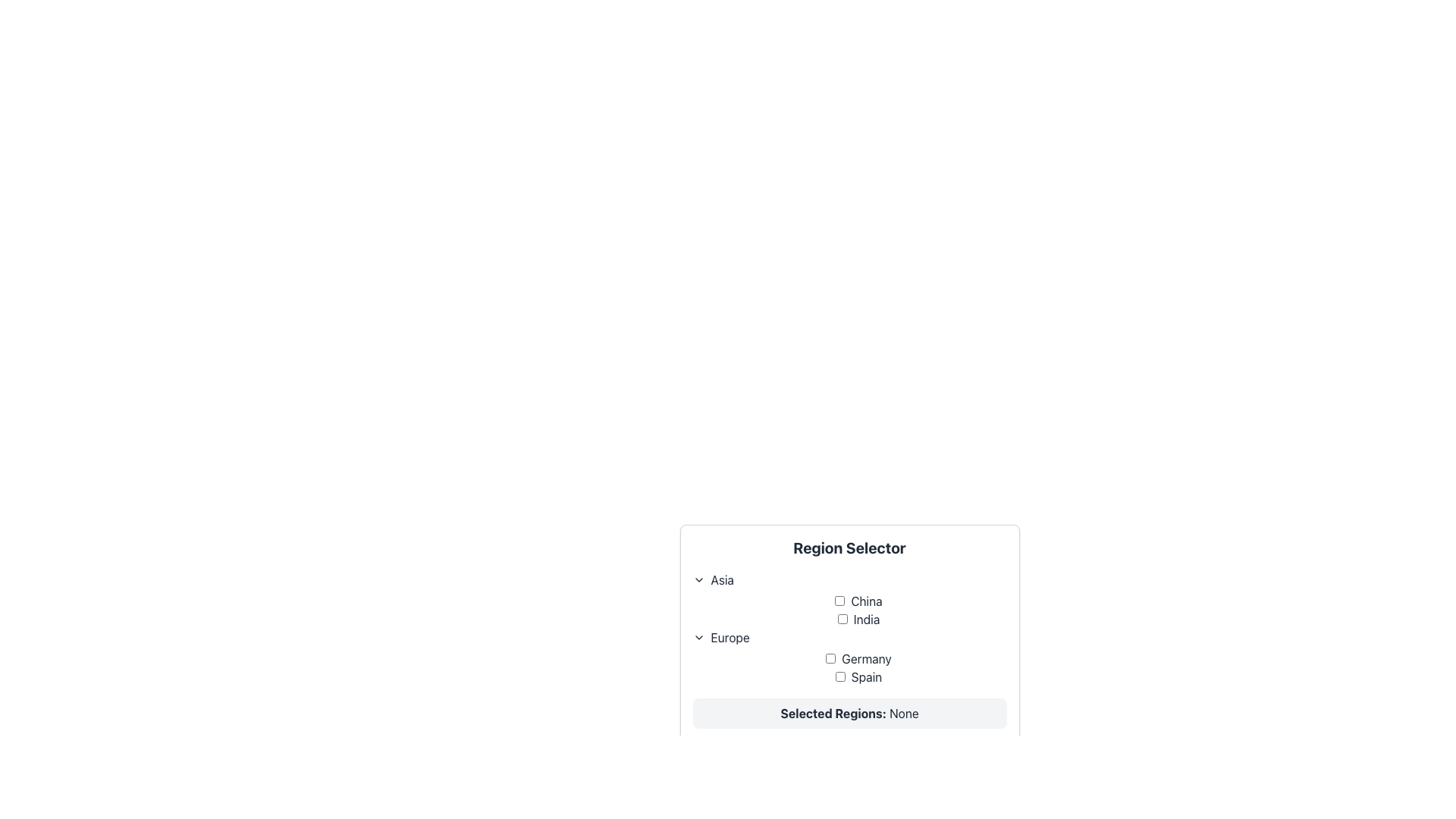  What do you see at coordinates (858, 676) in the screenshot?
I see `the label indicating the selection of the country 'Spain', which is positioned below the text 'Germany' within the 'Europe' region group` at bounding box center [858, 676].